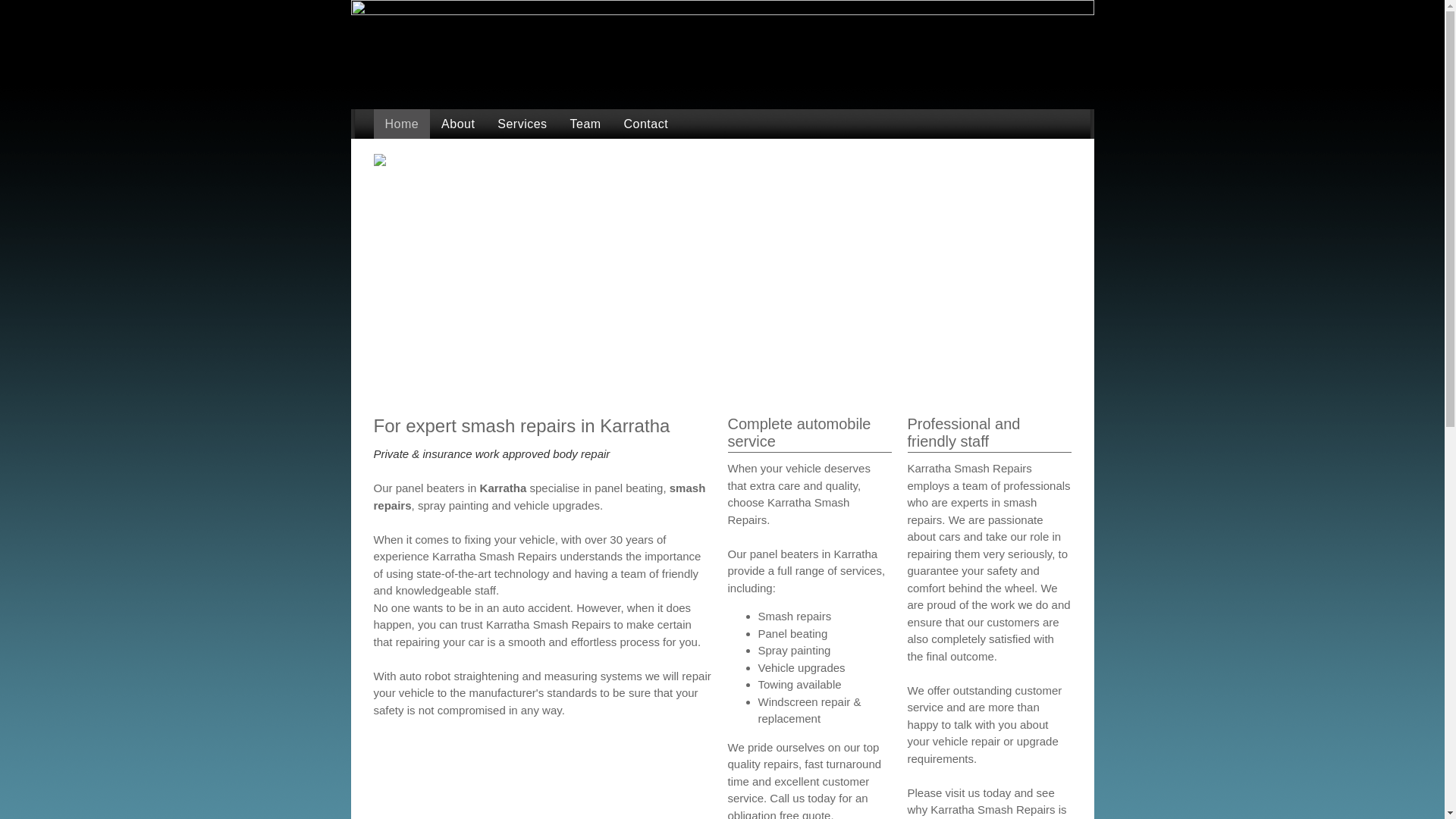 The image size is (1456, 819). I want to click on 'Services', so click(522, 124).